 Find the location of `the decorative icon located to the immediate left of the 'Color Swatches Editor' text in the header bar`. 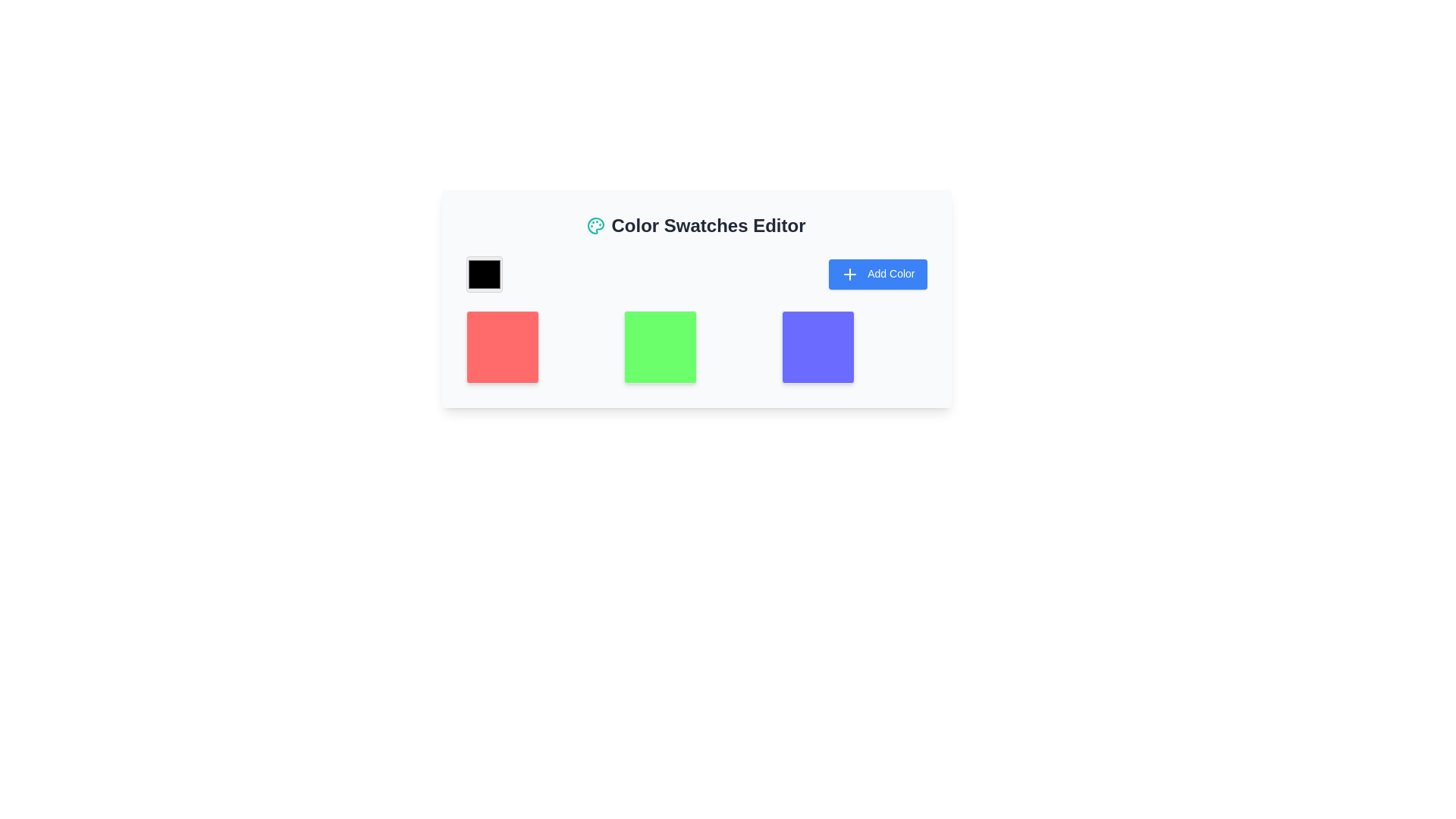

the decorative icon located to the immediate left of the 'Color Swatches Editor' text in the header bar is located at coordinates (595, 225).